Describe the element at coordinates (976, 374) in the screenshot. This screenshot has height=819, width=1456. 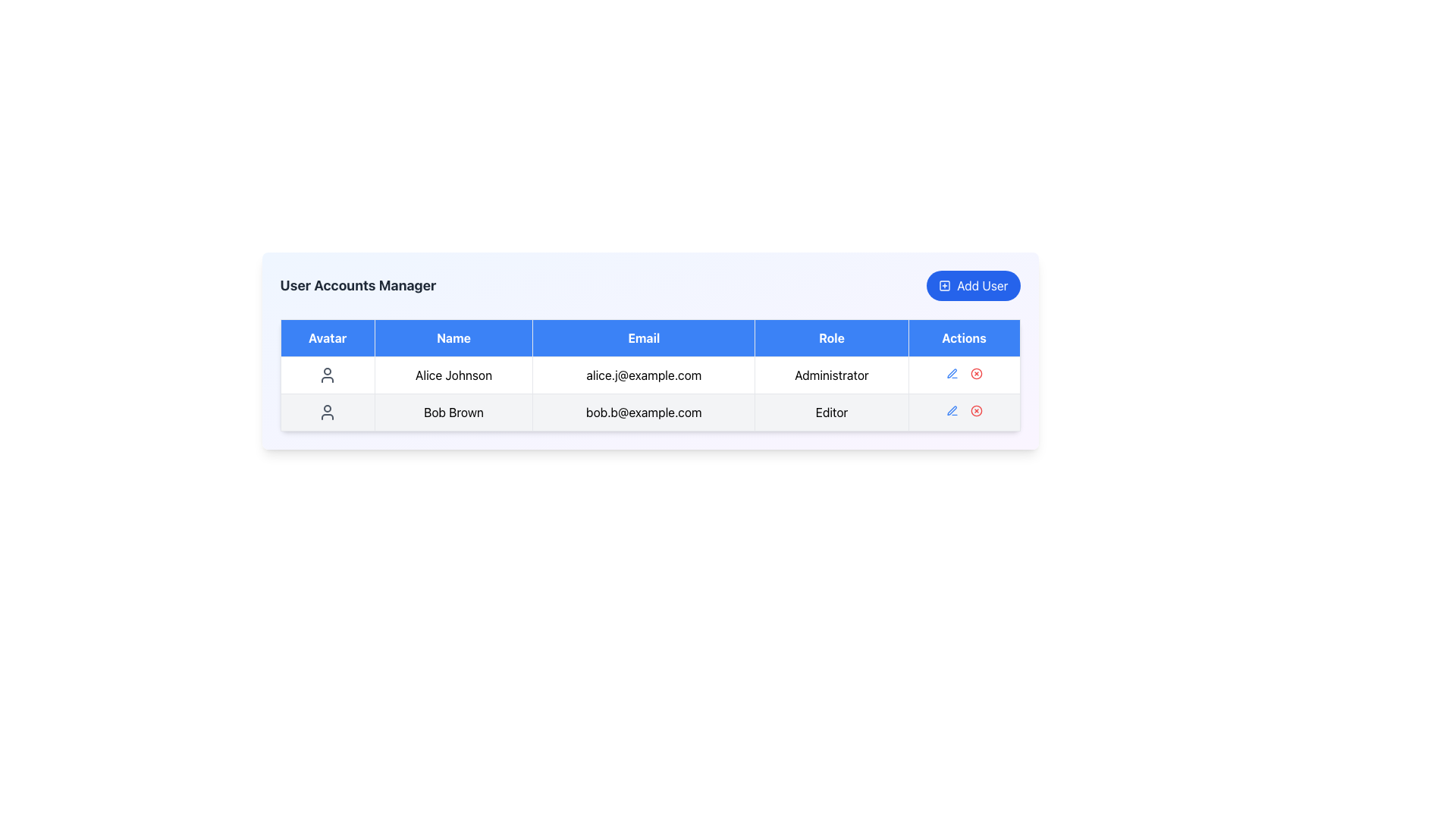
I see `the outlined circular SVG element representing the cancel action in the 'Actions' column of the second row in the user data table` at that location.